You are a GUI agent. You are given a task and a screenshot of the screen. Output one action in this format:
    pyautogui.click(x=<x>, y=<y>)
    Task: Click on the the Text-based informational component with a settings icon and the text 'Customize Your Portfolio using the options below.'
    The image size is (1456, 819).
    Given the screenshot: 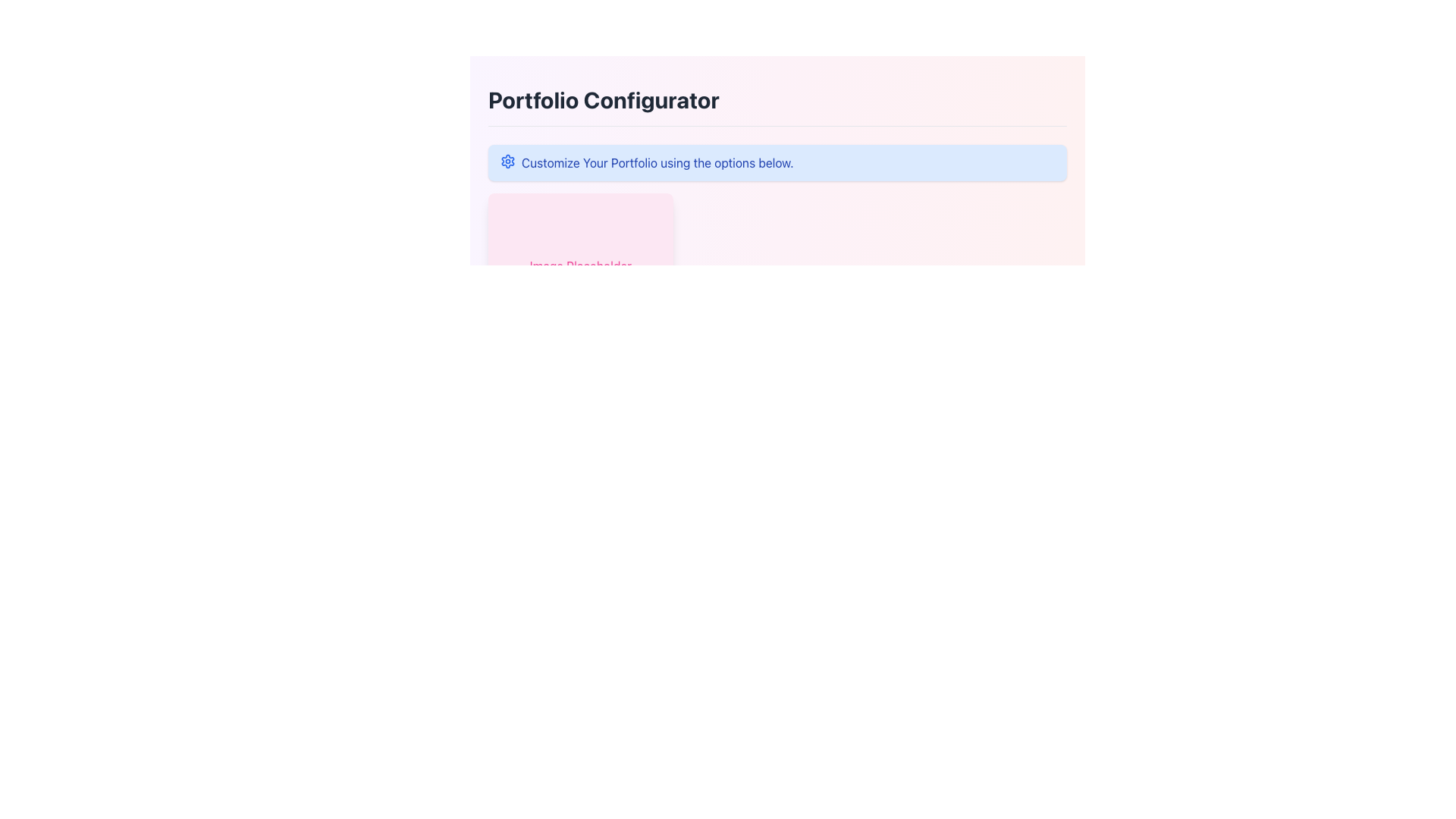 What is the action you would take?
    pyautogui.click(x=777, y=163)
    